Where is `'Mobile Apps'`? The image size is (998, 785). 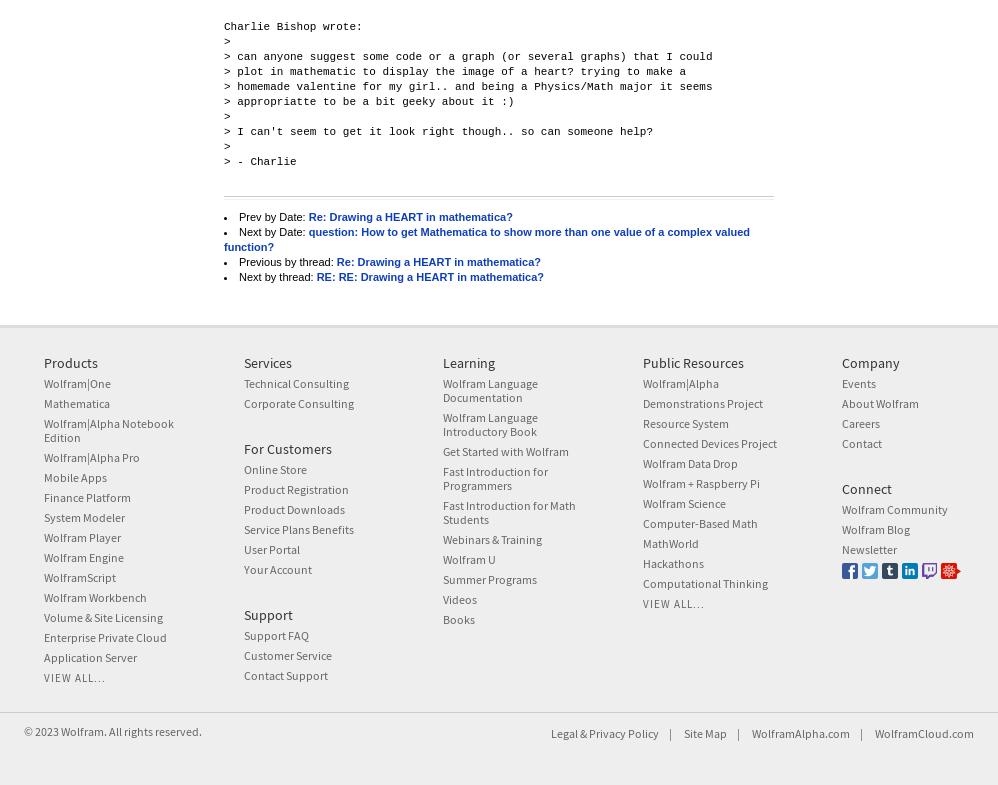 'Mobile Apps' is located at coordinates (73, 477).